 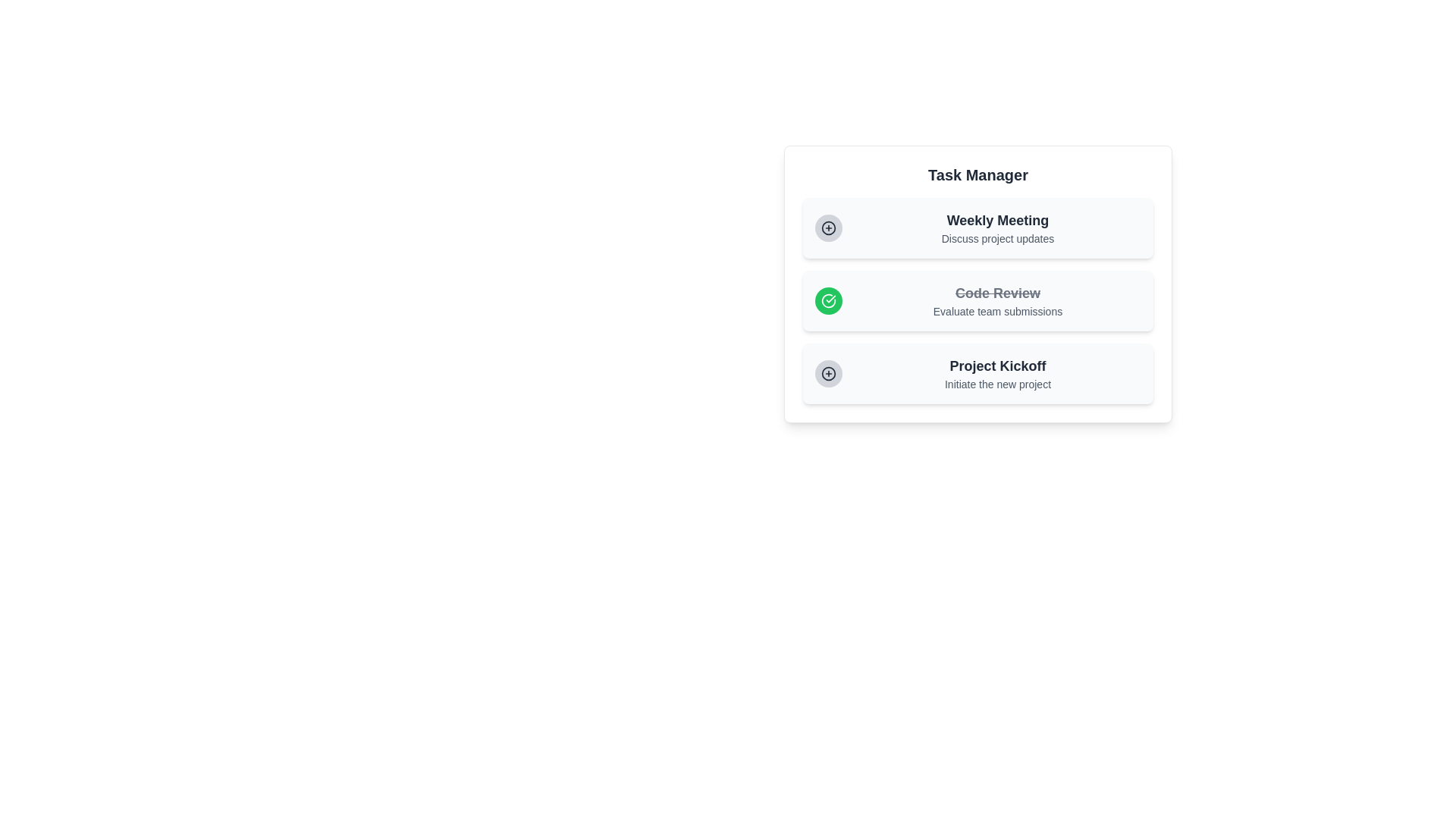 I want to click on the status indicator button next to the 'Code Review' entry, so click(x=828, y=301).